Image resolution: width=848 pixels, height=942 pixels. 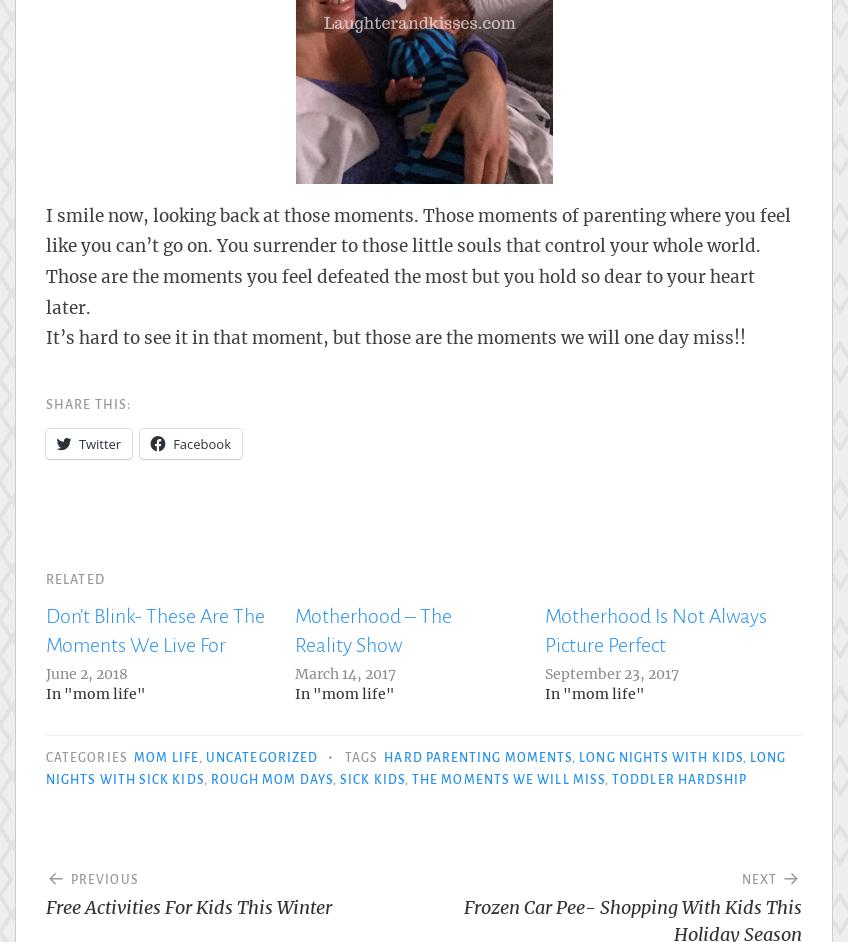 I want to click on 'Tags', so click(x=361, y=756).